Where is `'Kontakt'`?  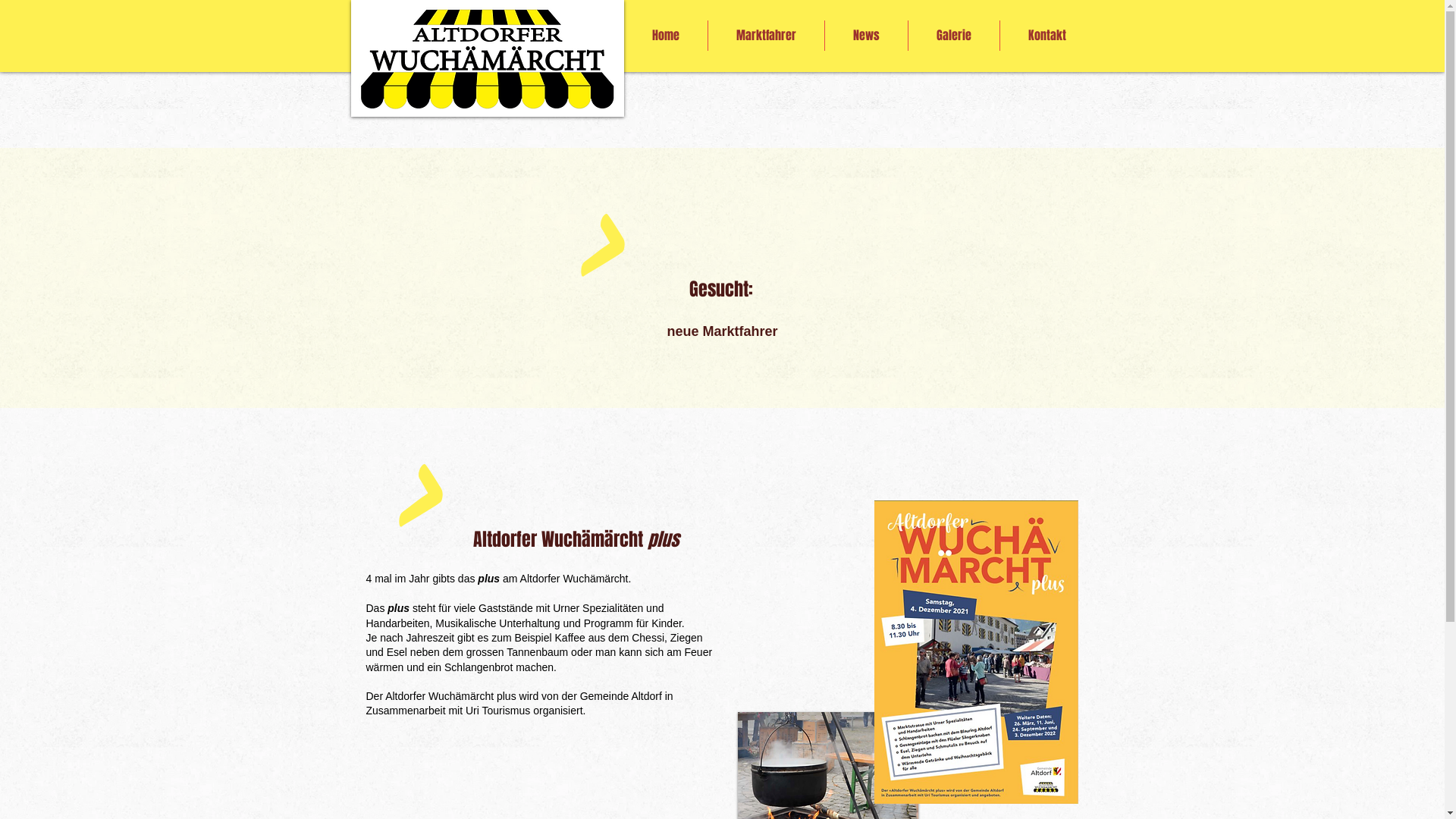 'Kontakt' is located at coordinates (1046, 34).